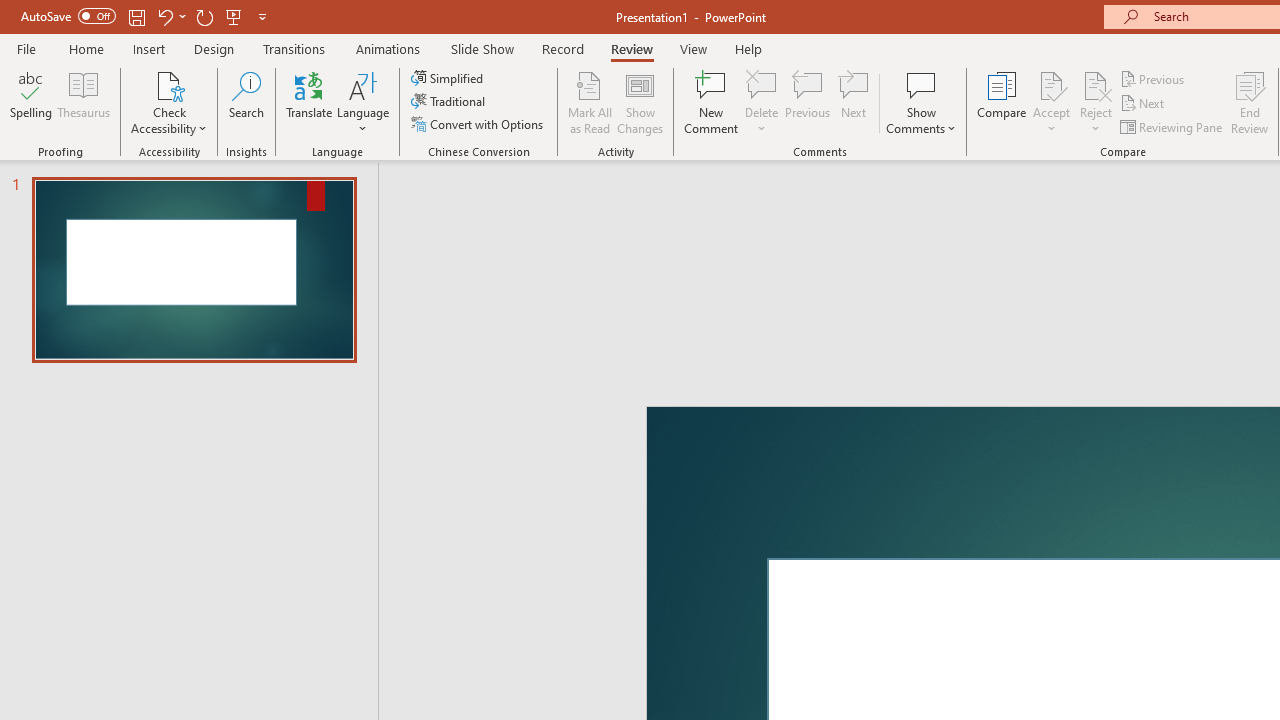 This screenshot has width=1280, height=720. Describe the element at coordinates (920, 84) in the screenshot. I see `'Show Comments'` at that location.